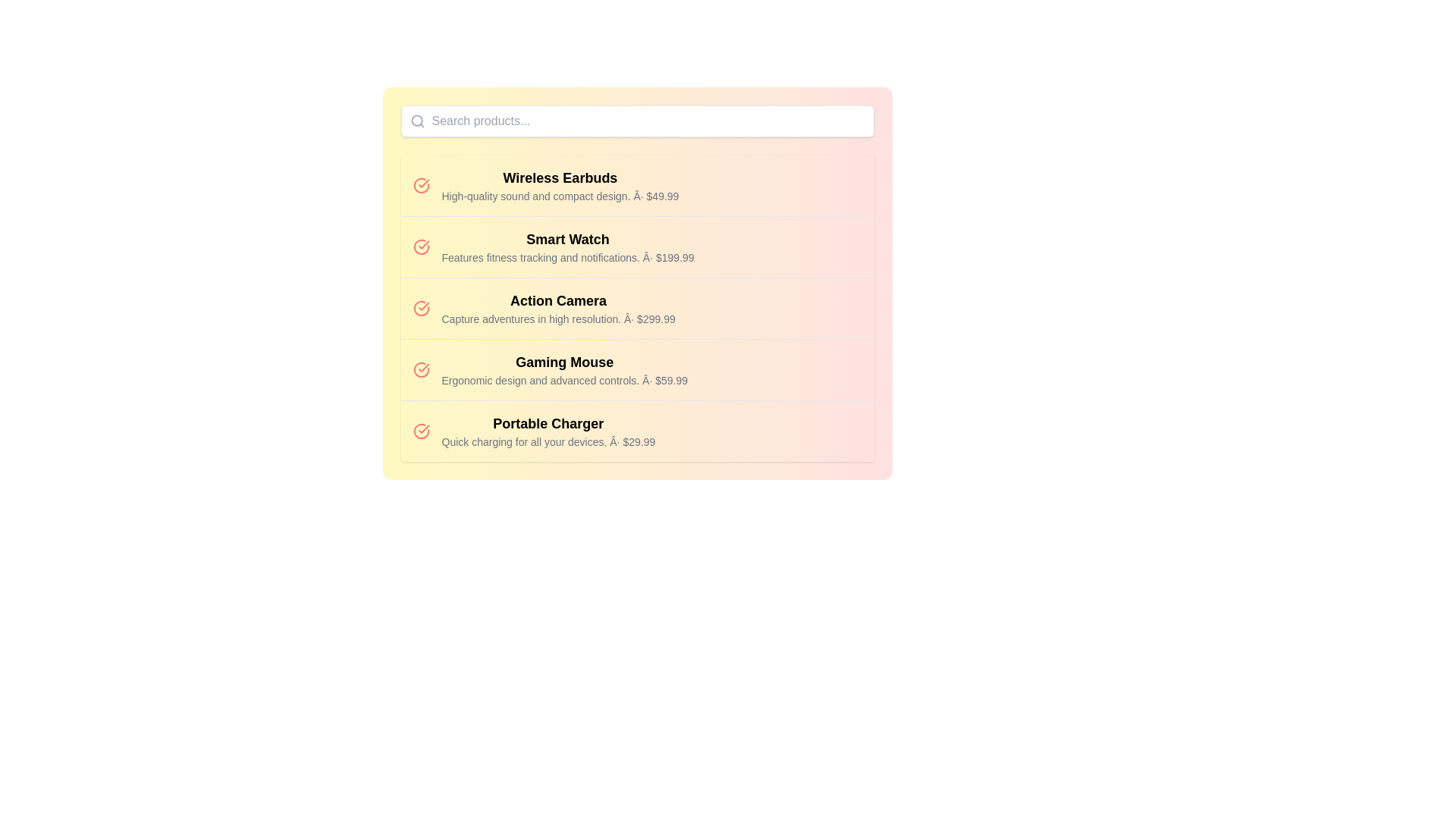 Image resolution: width=1456 pixels, height=819 pixels. Describe the element at coordinates (563, 370) in the screenshot. I see `the text block displaying 'Gaming Mouse' which includes its description and price, the fourth product listing in the vertical stack` at that location.